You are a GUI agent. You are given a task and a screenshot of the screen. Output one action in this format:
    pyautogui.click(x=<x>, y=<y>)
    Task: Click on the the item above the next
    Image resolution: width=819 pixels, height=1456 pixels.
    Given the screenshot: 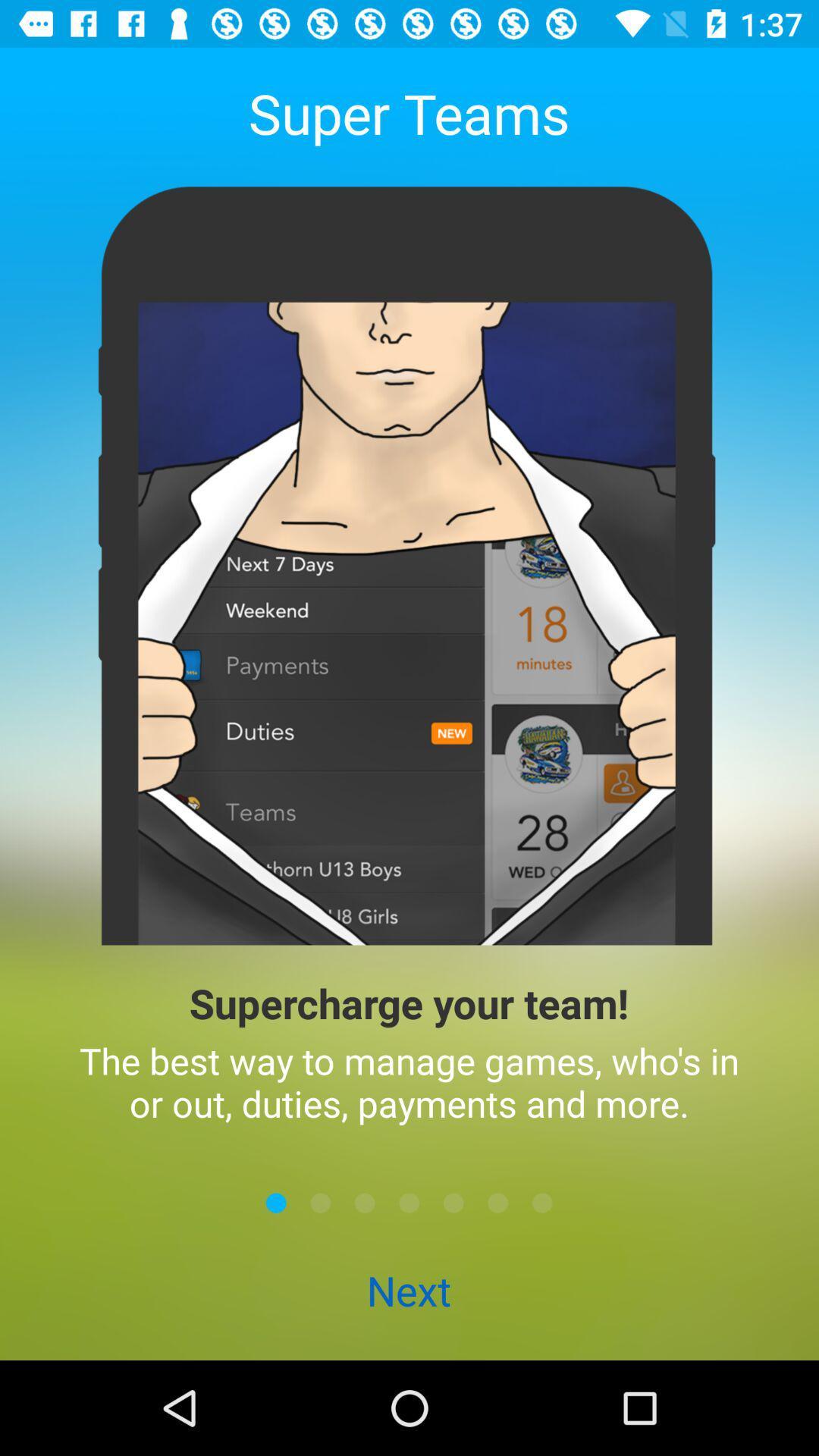 What is the action you would take?
    pyautogui.click(x=453, y=1202)
    